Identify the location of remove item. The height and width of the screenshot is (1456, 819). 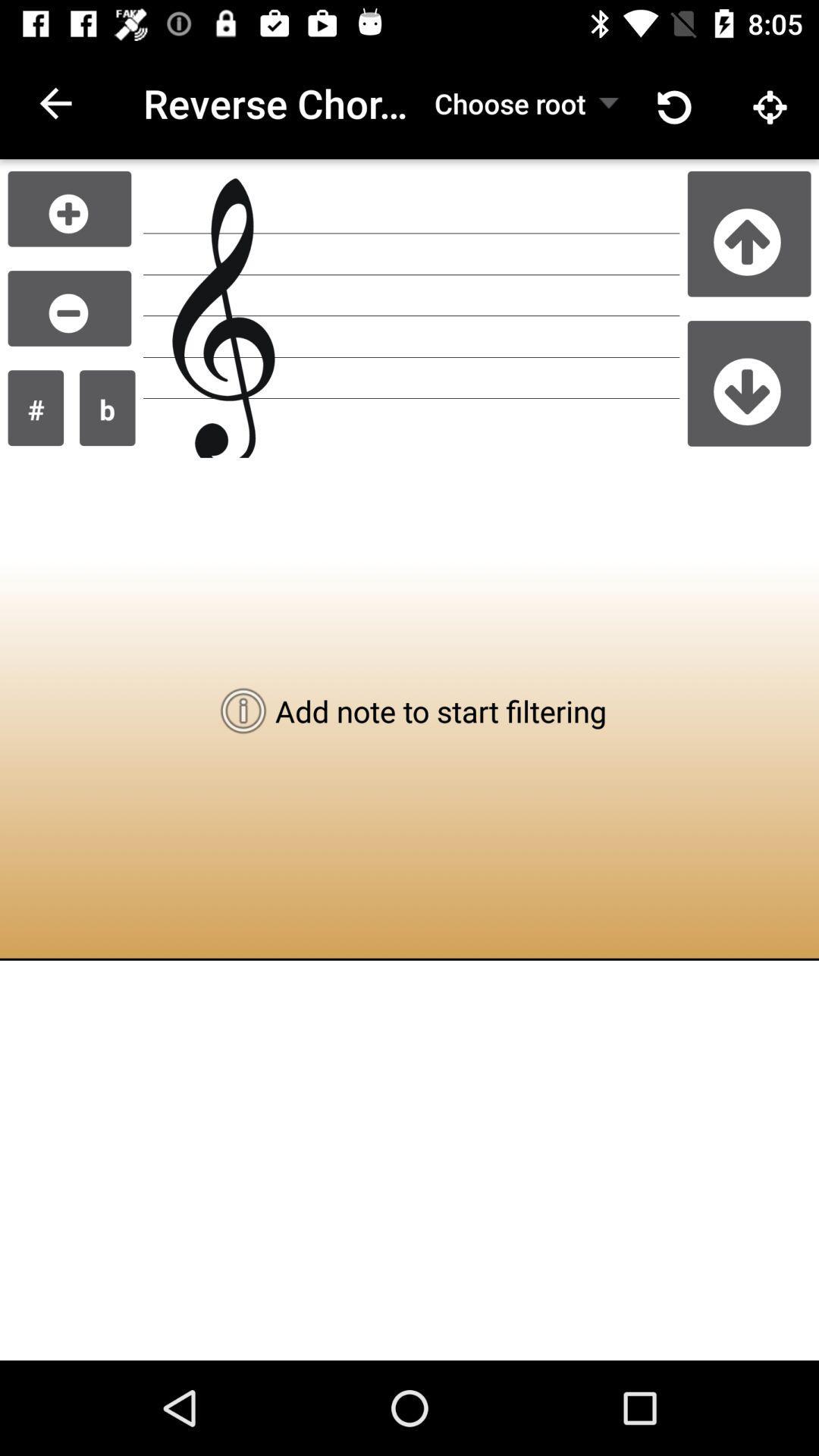
(69, 307).